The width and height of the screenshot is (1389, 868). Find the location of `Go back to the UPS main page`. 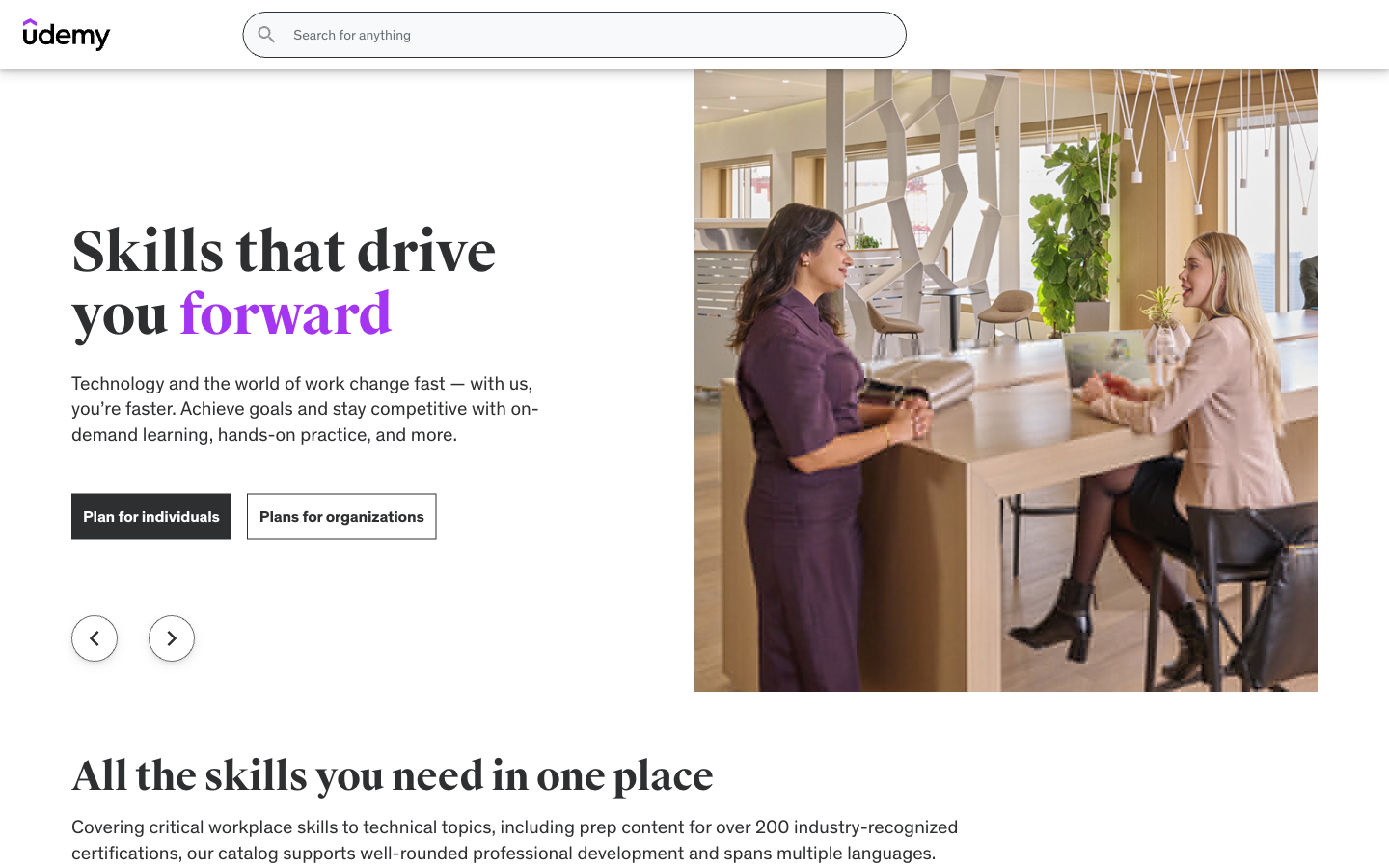

Go back to the UPS main page is located at coordinates (83, 57).